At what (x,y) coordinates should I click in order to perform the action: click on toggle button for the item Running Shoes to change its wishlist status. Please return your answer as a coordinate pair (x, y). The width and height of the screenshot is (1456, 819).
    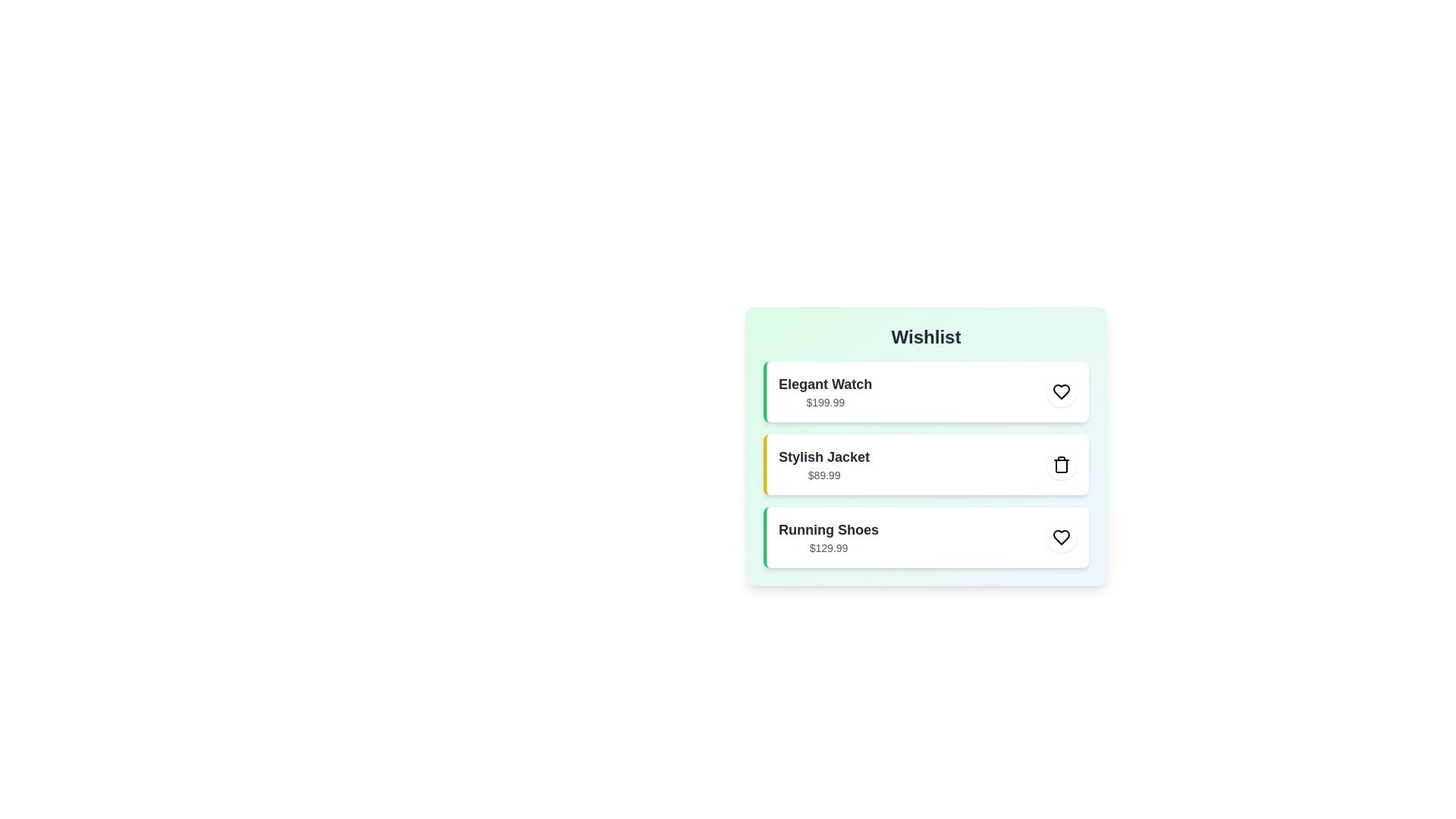
    Looking at the image, I should click on (1061, 537).